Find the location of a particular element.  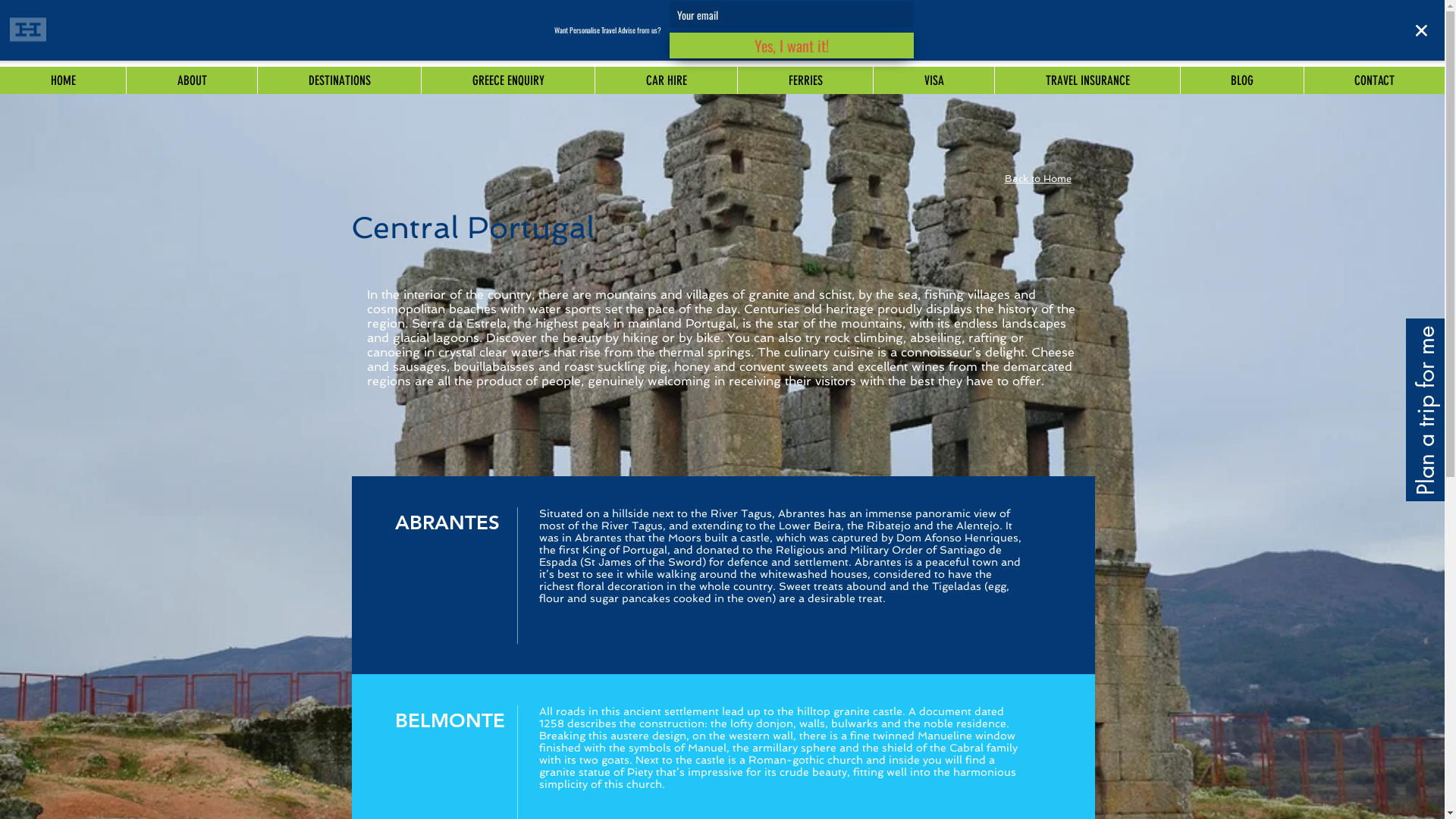

'DESTINATIONS' is located at coordinates (257, 80).